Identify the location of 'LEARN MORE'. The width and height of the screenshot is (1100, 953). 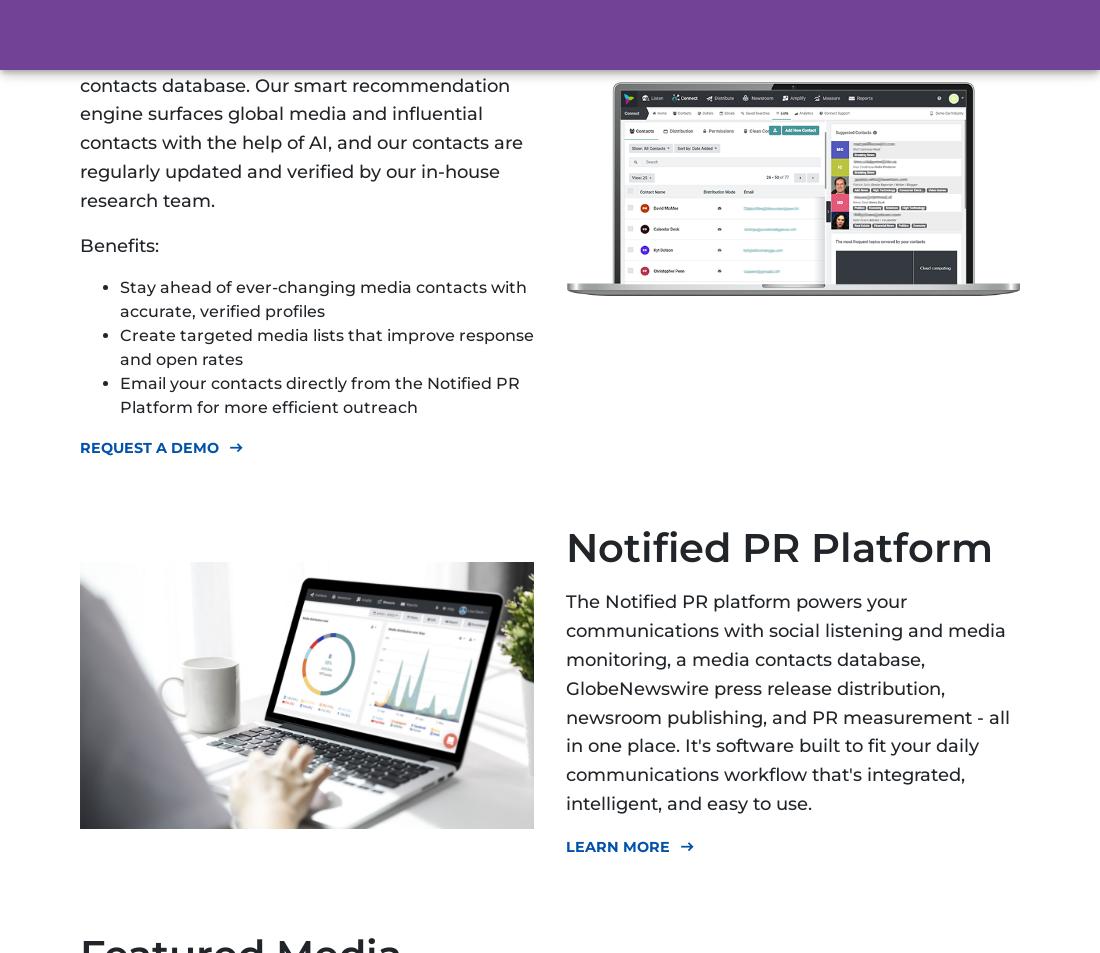
(616, 845).